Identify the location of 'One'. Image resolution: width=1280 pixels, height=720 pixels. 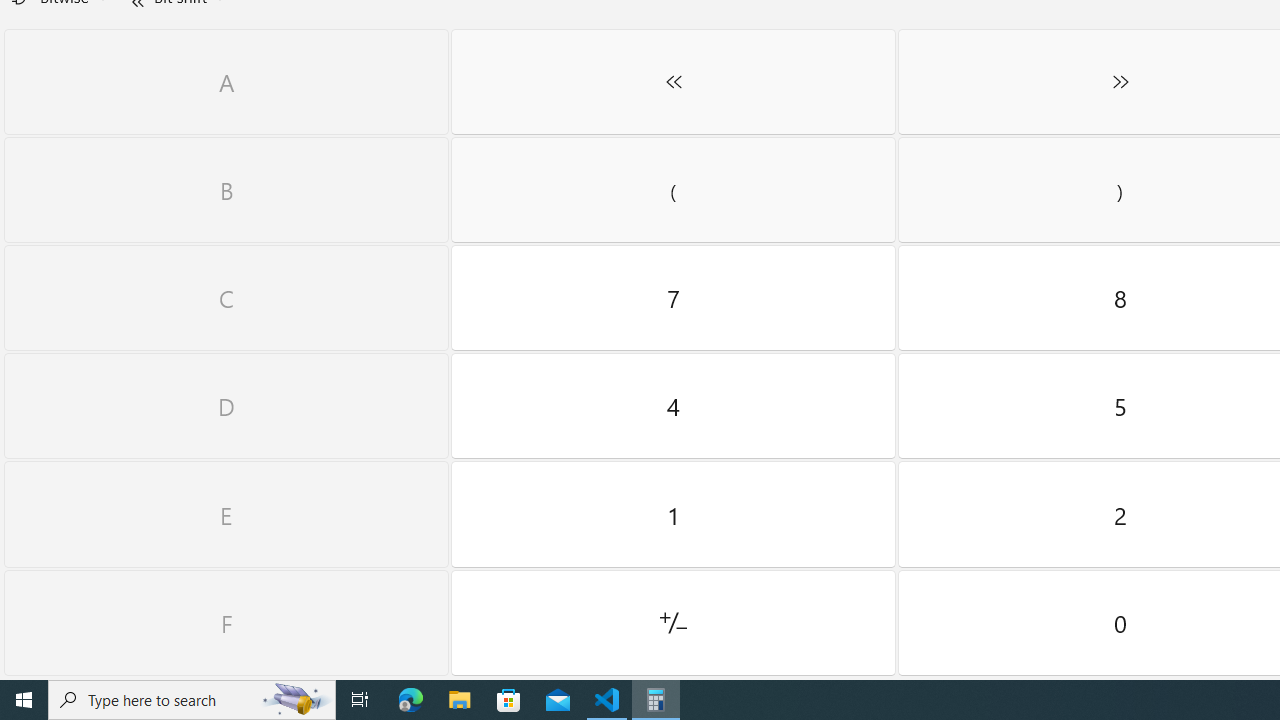
(673, 513).